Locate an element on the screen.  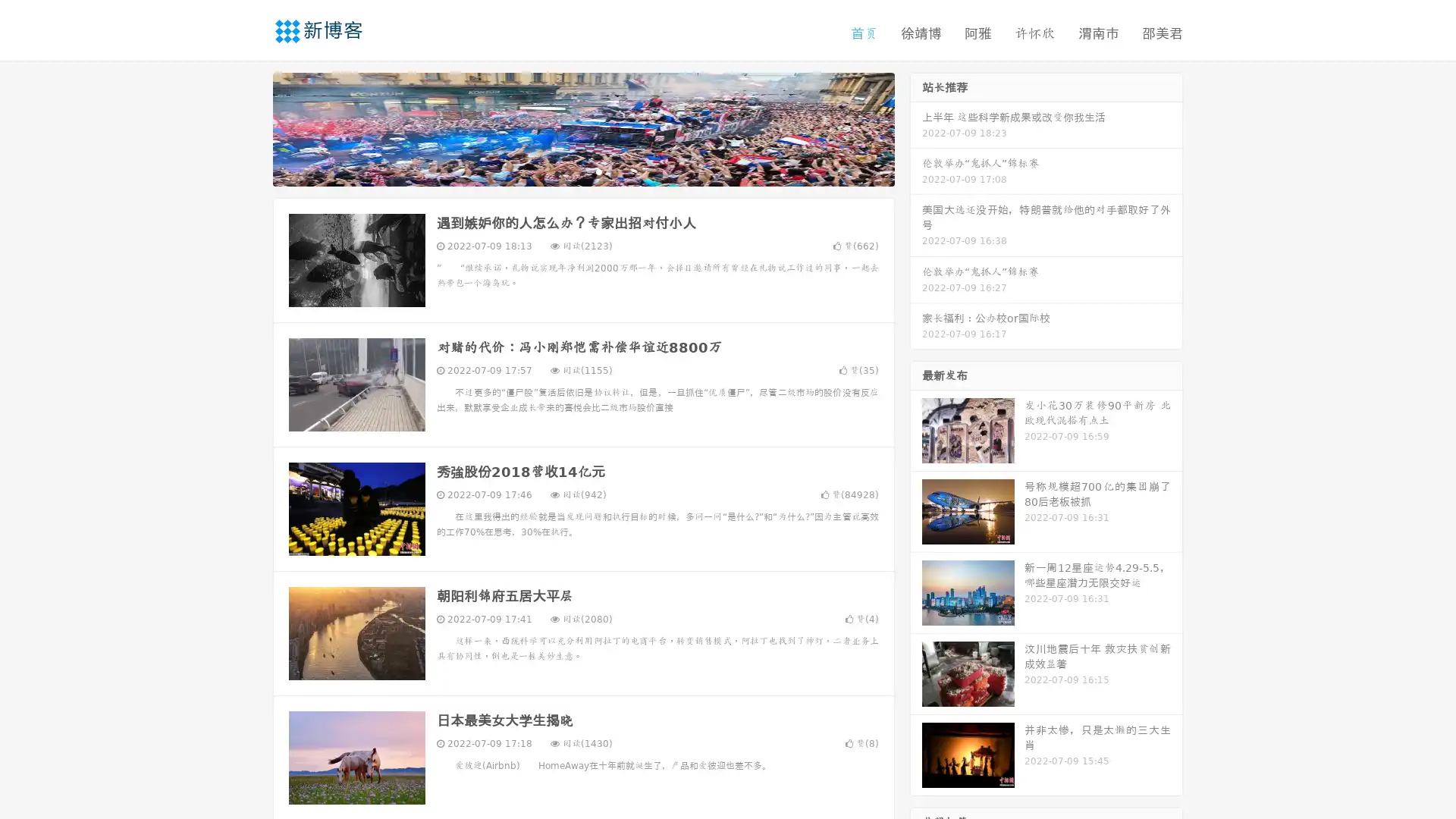
Go to slide 1 is located at coordinates (567, 171).